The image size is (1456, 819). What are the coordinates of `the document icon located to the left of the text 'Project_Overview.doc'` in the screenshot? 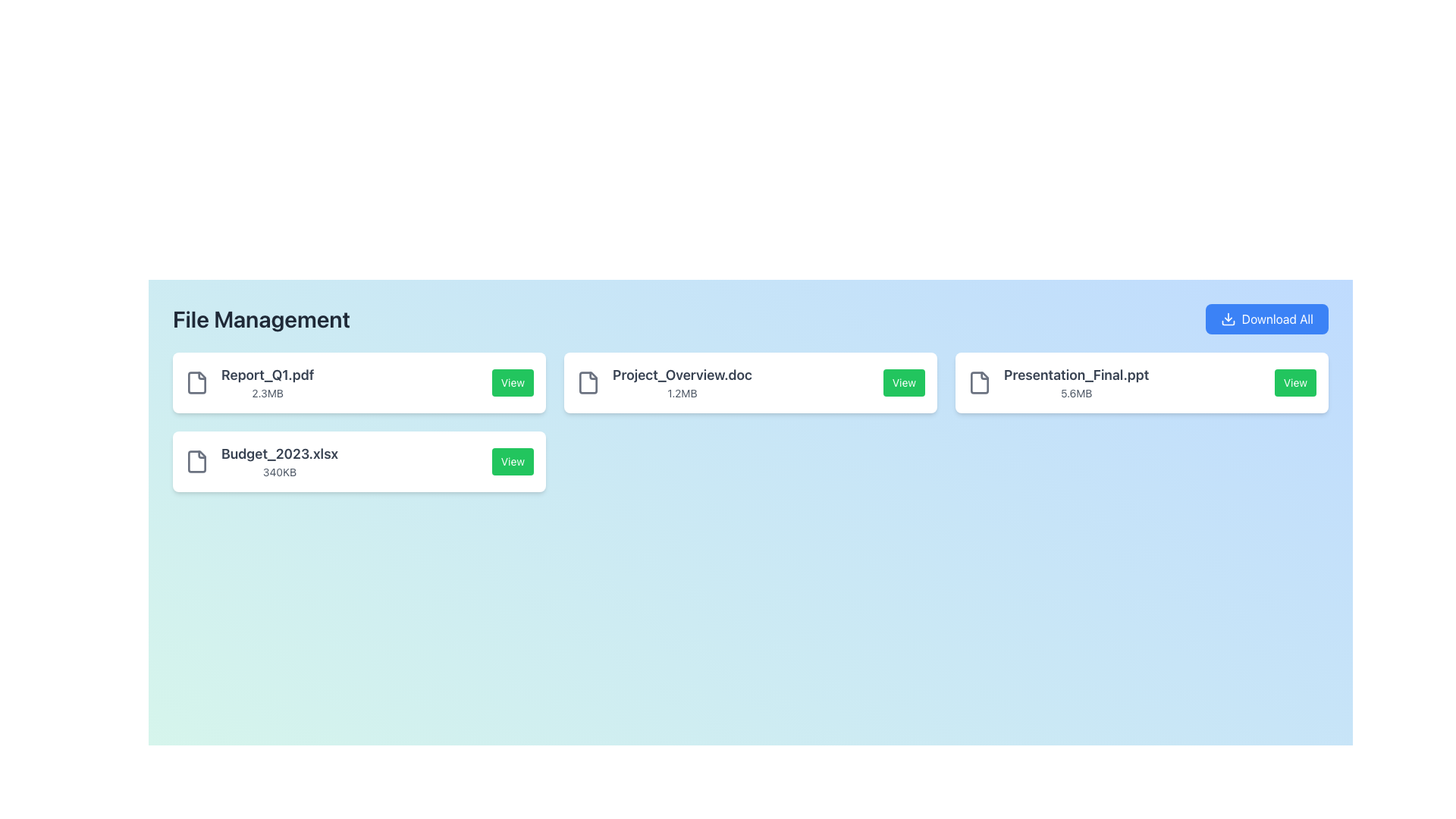 It's located at (588, 381).